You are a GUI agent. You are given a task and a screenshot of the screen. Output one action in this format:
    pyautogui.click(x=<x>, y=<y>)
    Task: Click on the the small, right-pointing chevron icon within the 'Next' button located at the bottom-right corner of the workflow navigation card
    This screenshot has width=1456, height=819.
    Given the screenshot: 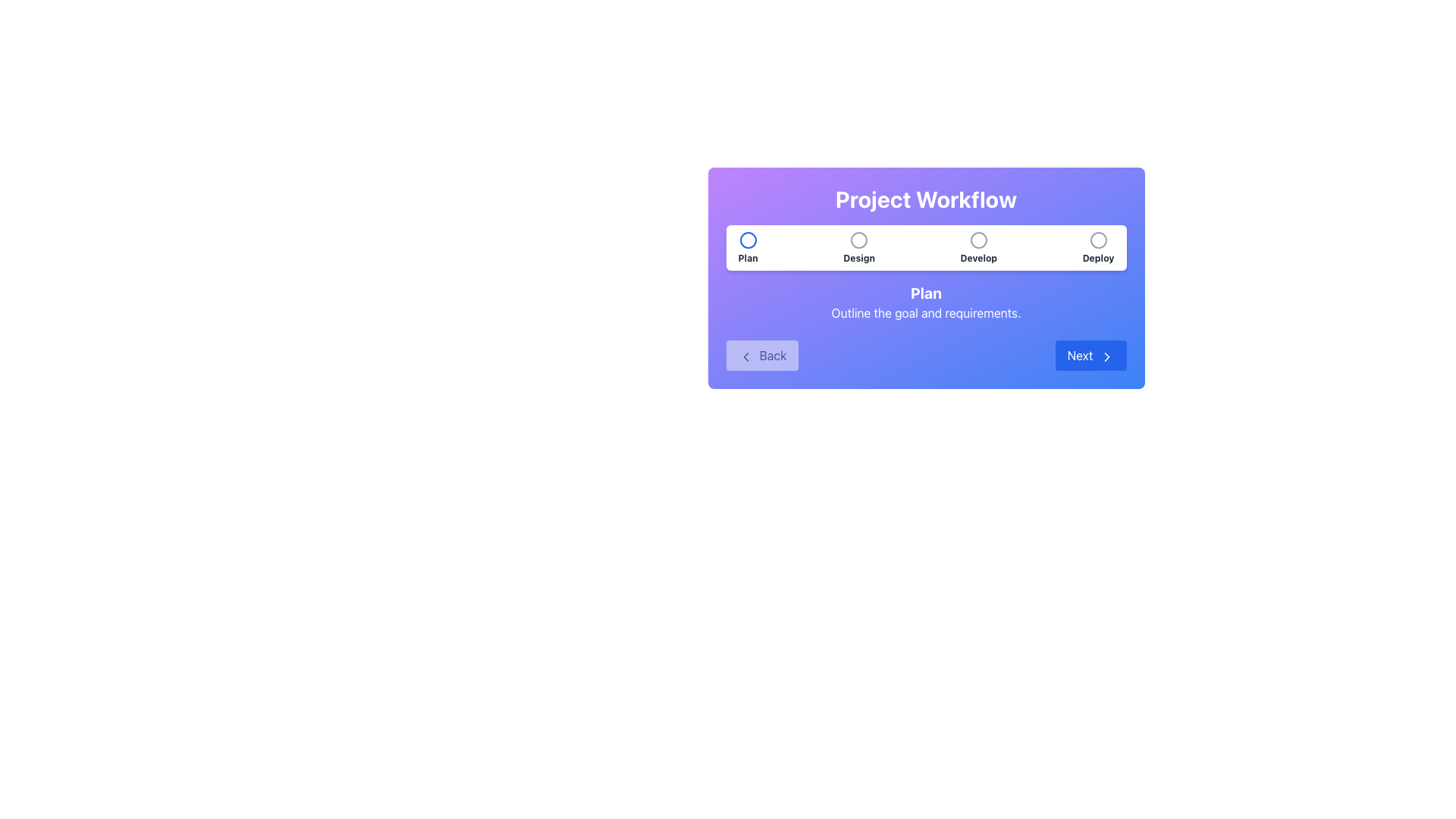 What is the action you would take?
    pyautogui.click(x=1106, y=356)
    